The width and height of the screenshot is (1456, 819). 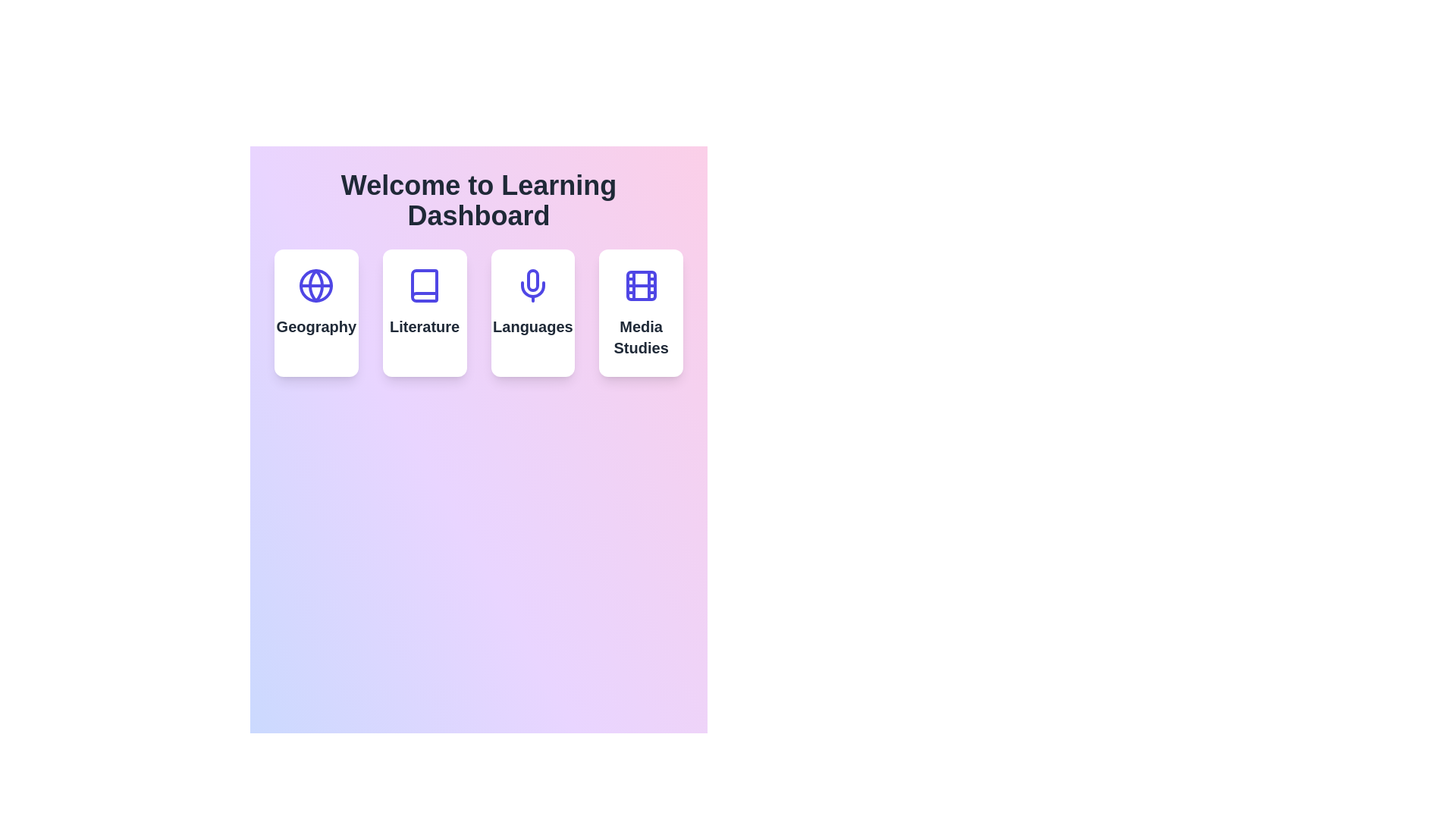 What do you see at coordinates (641, 312) in the screenshot?
I see `the 'Media Studies' selection button, which is the fourth card in a horizontal grid located below the 'Welcome to Learning Dashboard' heading` at bounding box center [641, 312].